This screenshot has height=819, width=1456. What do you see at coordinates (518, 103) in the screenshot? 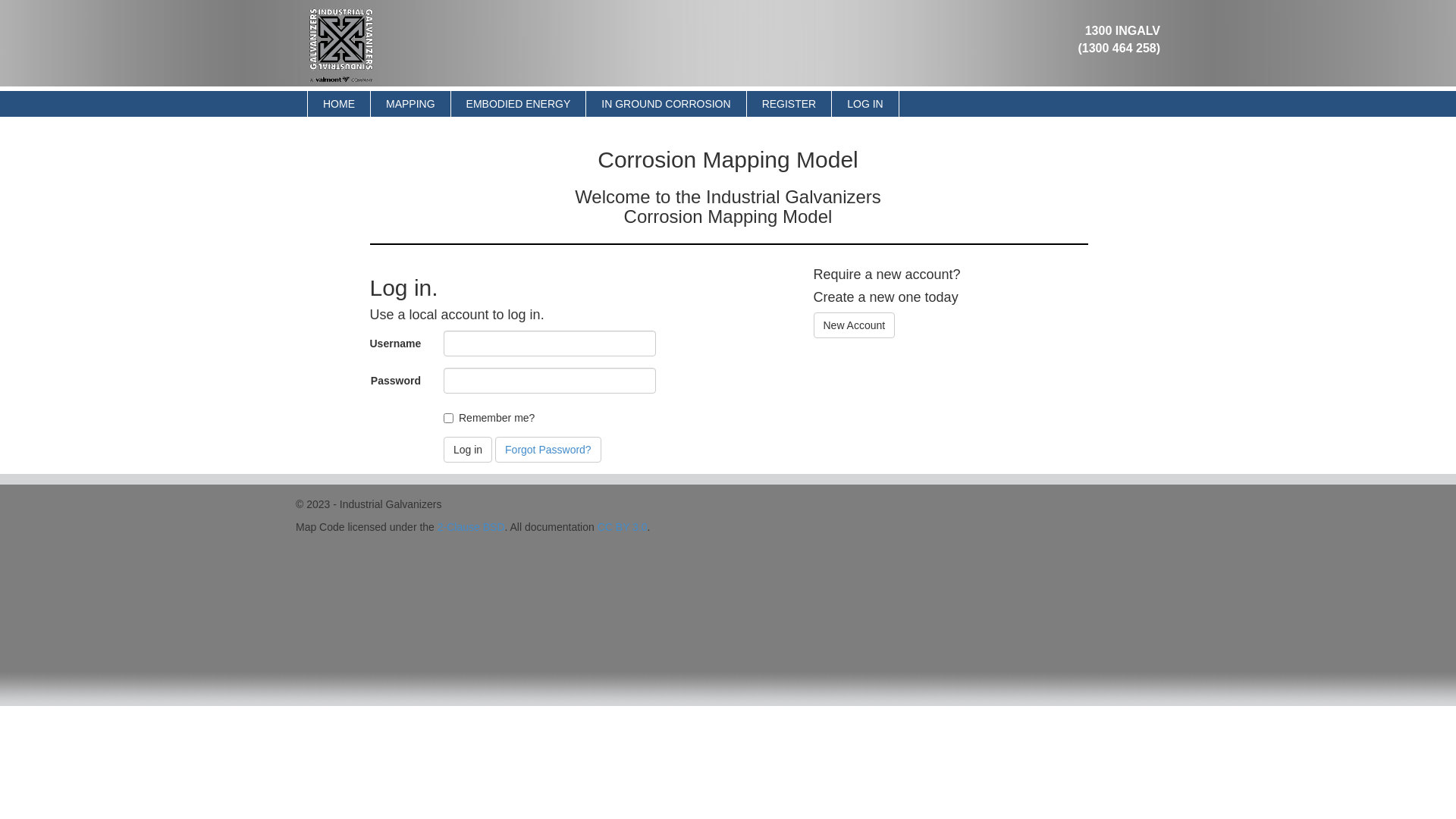
I see `'EMBODIED ENERGY'` at bounding box center [518, 103].